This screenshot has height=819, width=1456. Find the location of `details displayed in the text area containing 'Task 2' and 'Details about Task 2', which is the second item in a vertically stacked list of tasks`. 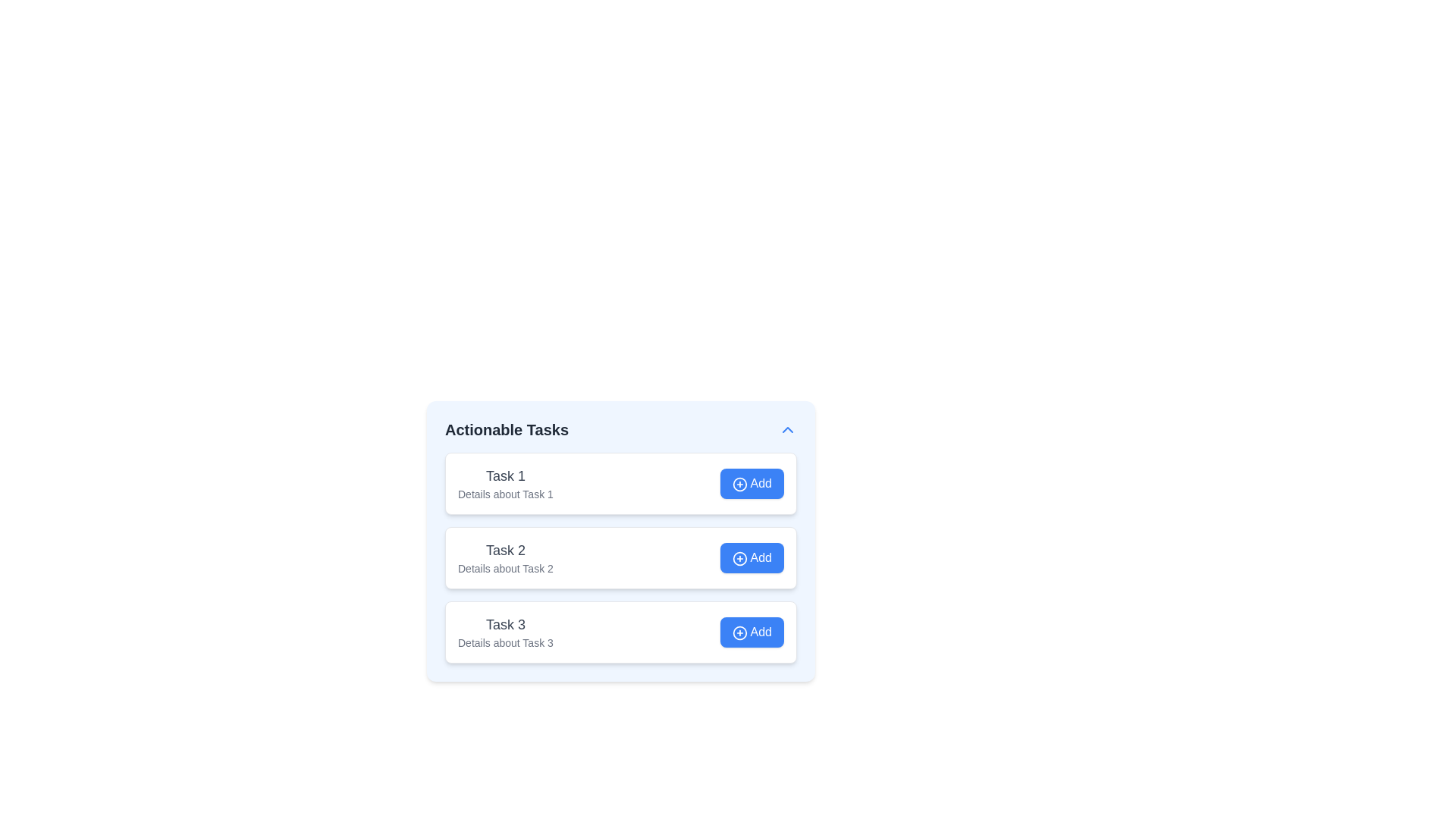

details displayed in the text area containing 'Task 2' and 'Details about Task 2', which is the second item in a vertically stacked list of tasks is located at coordinates (505, 558).